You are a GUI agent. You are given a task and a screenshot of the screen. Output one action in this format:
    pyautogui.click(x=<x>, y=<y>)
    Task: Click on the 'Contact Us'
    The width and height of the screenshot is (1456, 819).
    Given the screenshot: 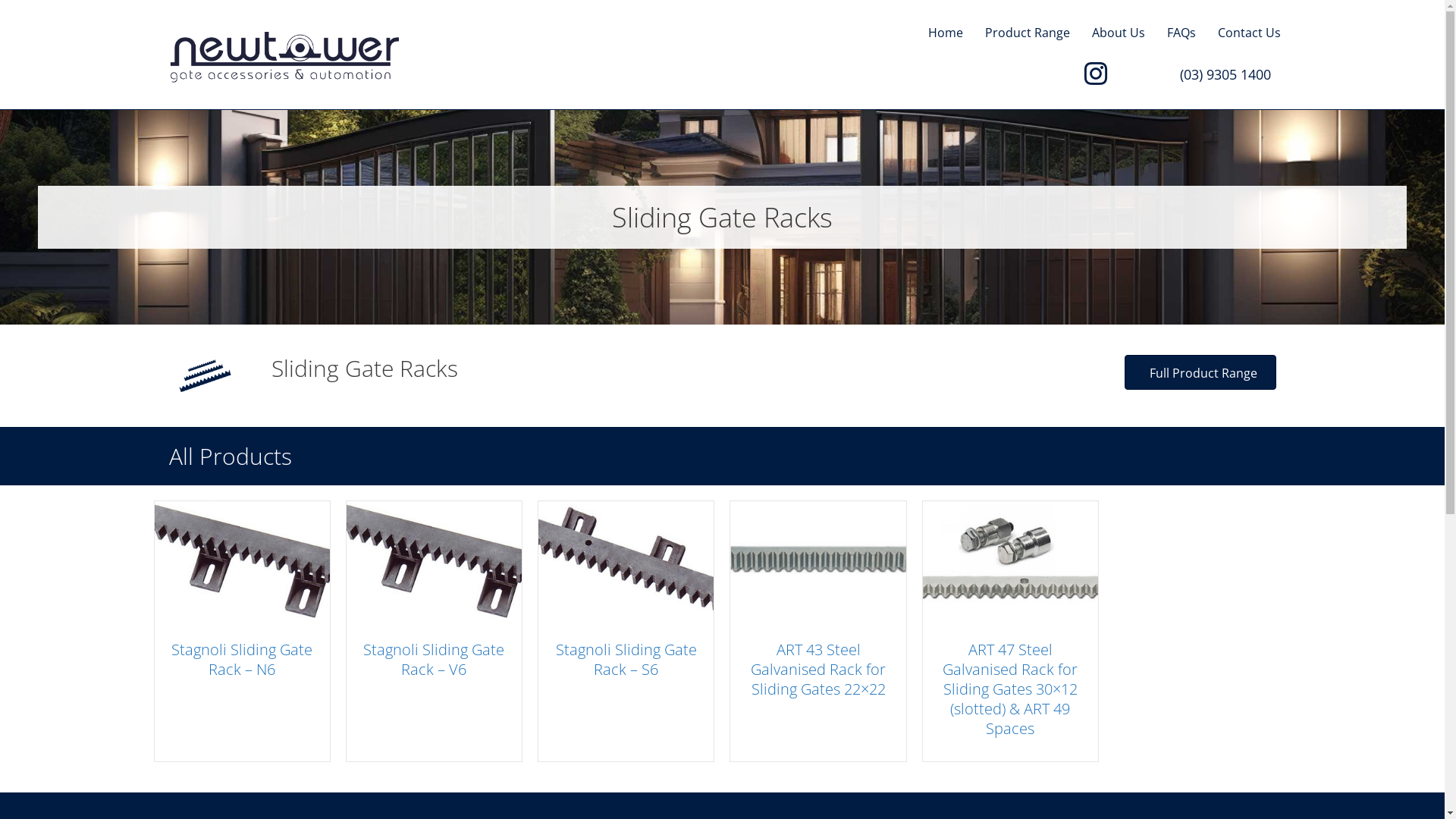 What is the action you would take?
    pyautogui.click(x=1249, y=33)
    